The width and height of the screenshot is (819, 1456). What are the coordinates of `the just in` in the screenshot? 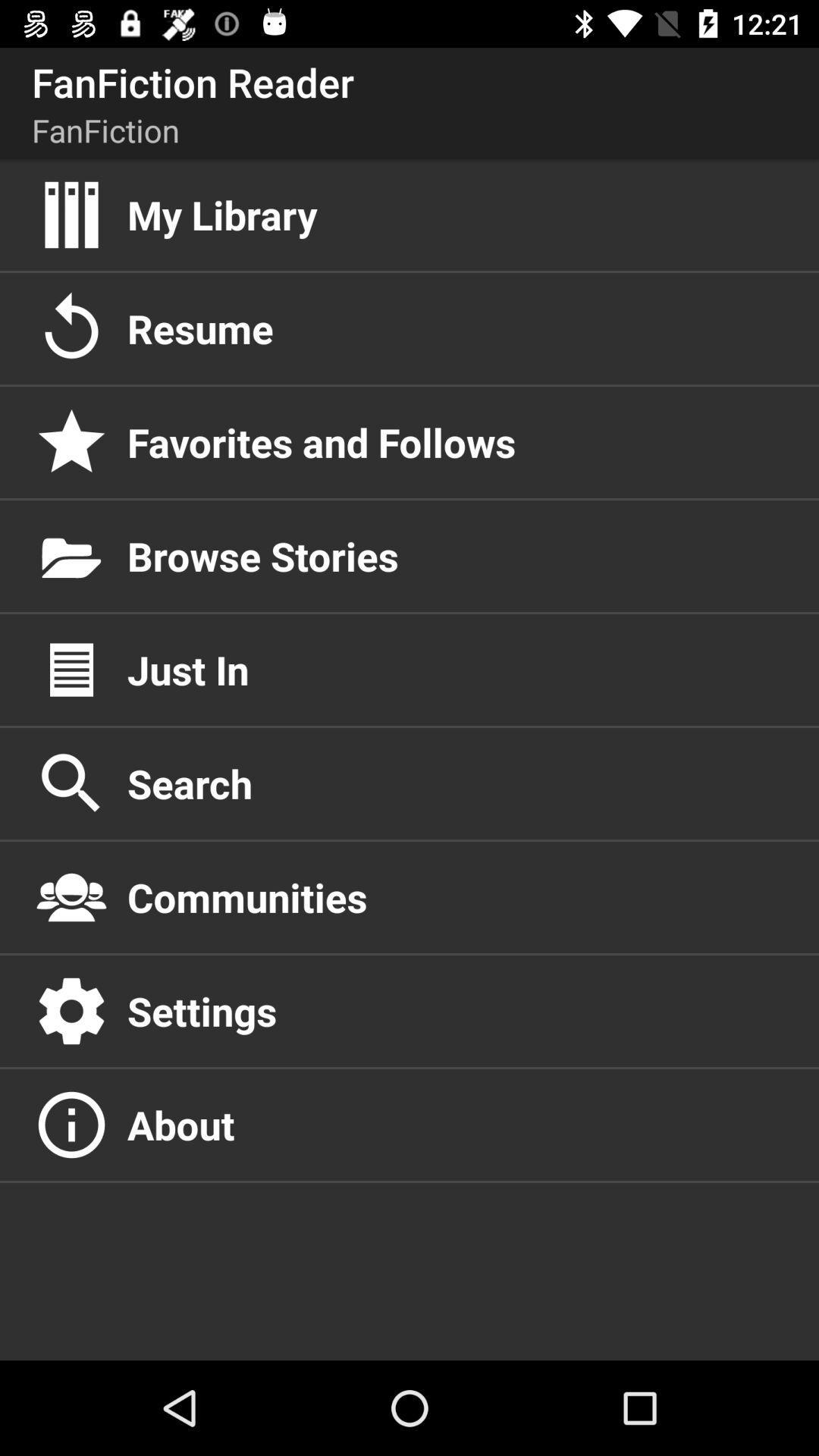 It's located at (456, 669).